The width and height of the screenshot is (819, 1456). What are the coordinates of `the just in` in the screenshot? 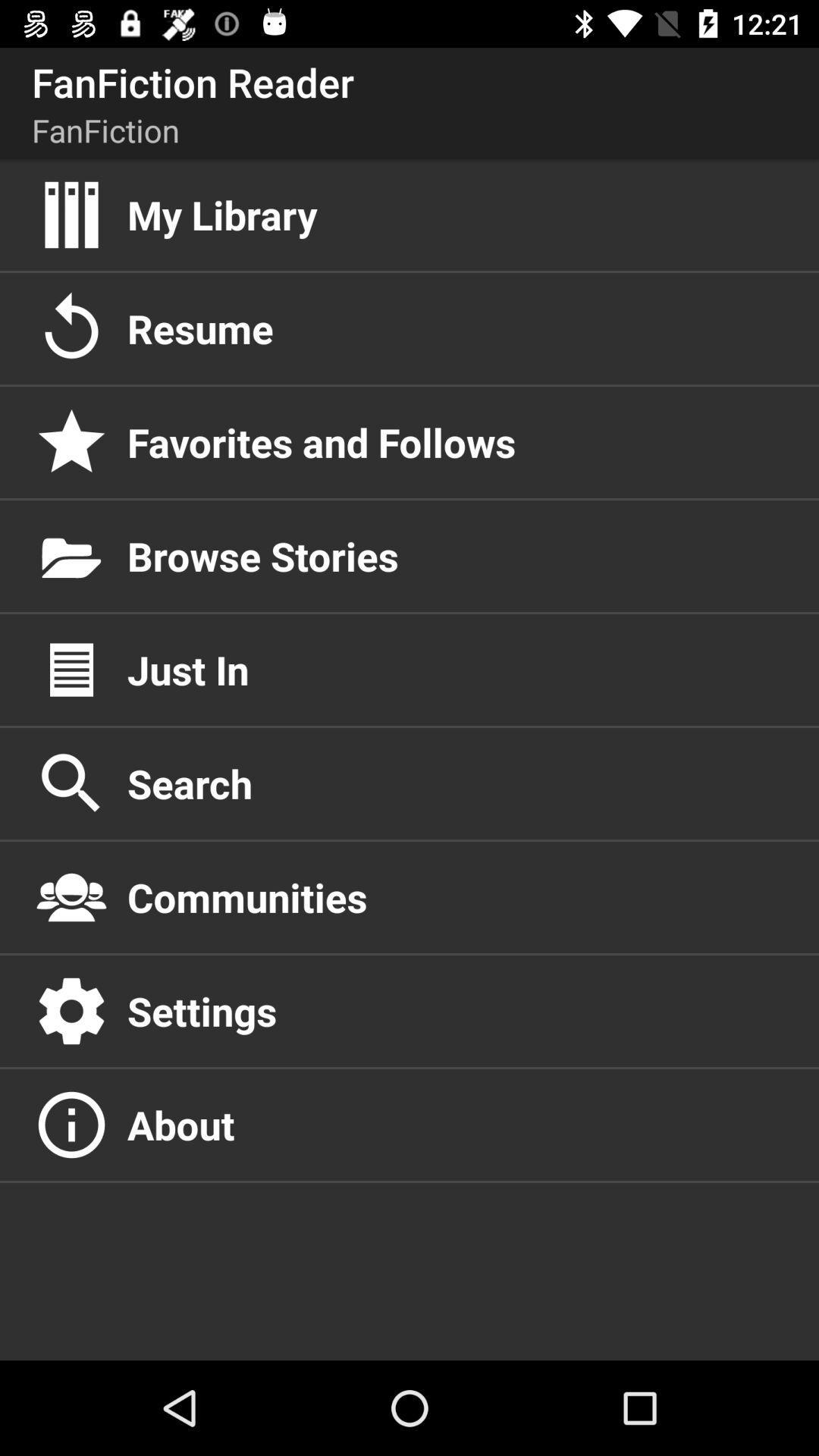 It's located at (456, 669).